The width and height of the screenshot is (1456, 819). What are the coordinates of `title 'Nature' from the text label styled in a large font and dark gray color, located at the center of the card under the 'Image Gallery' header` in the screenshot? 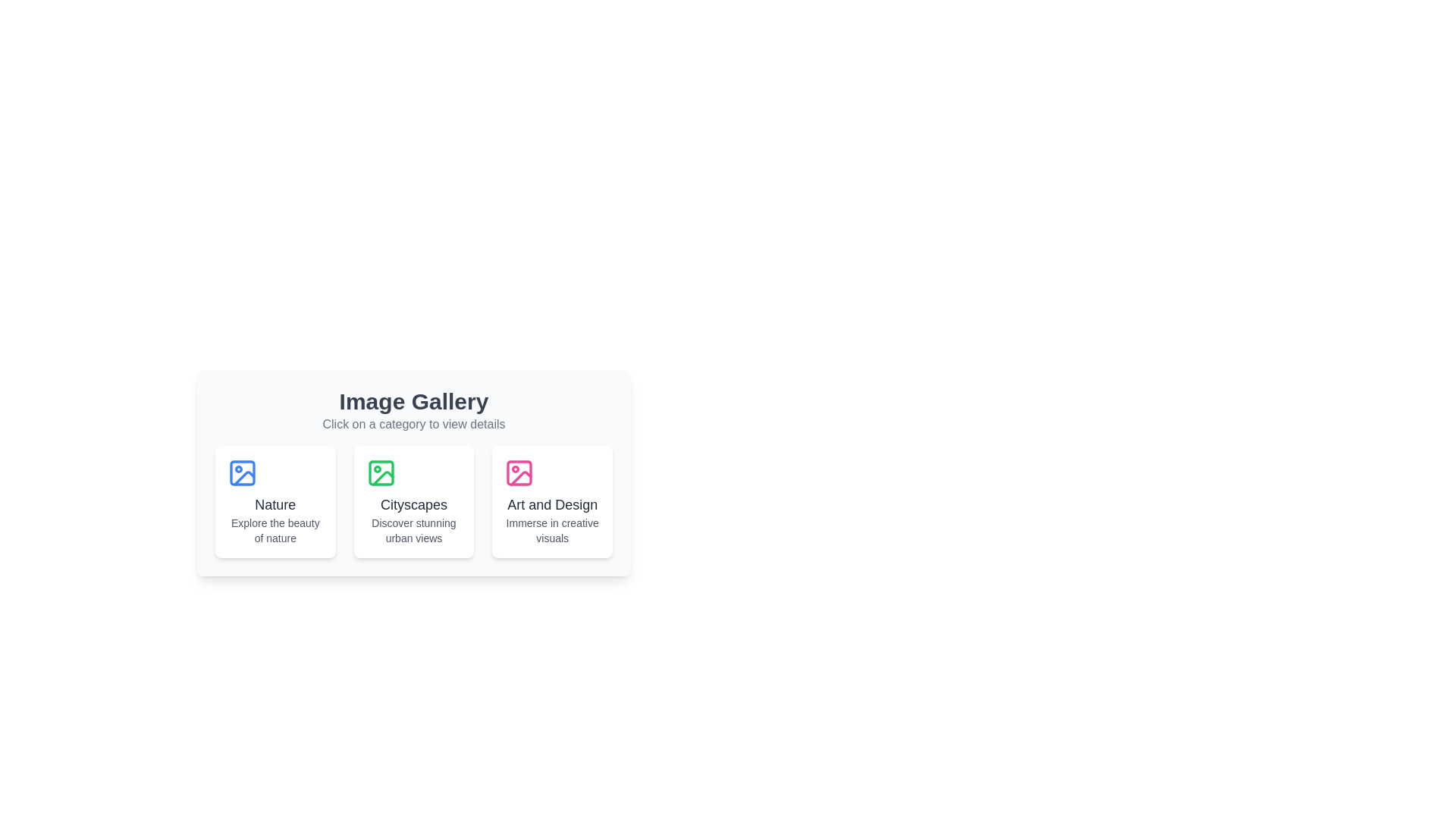 It's located at (275, 505).